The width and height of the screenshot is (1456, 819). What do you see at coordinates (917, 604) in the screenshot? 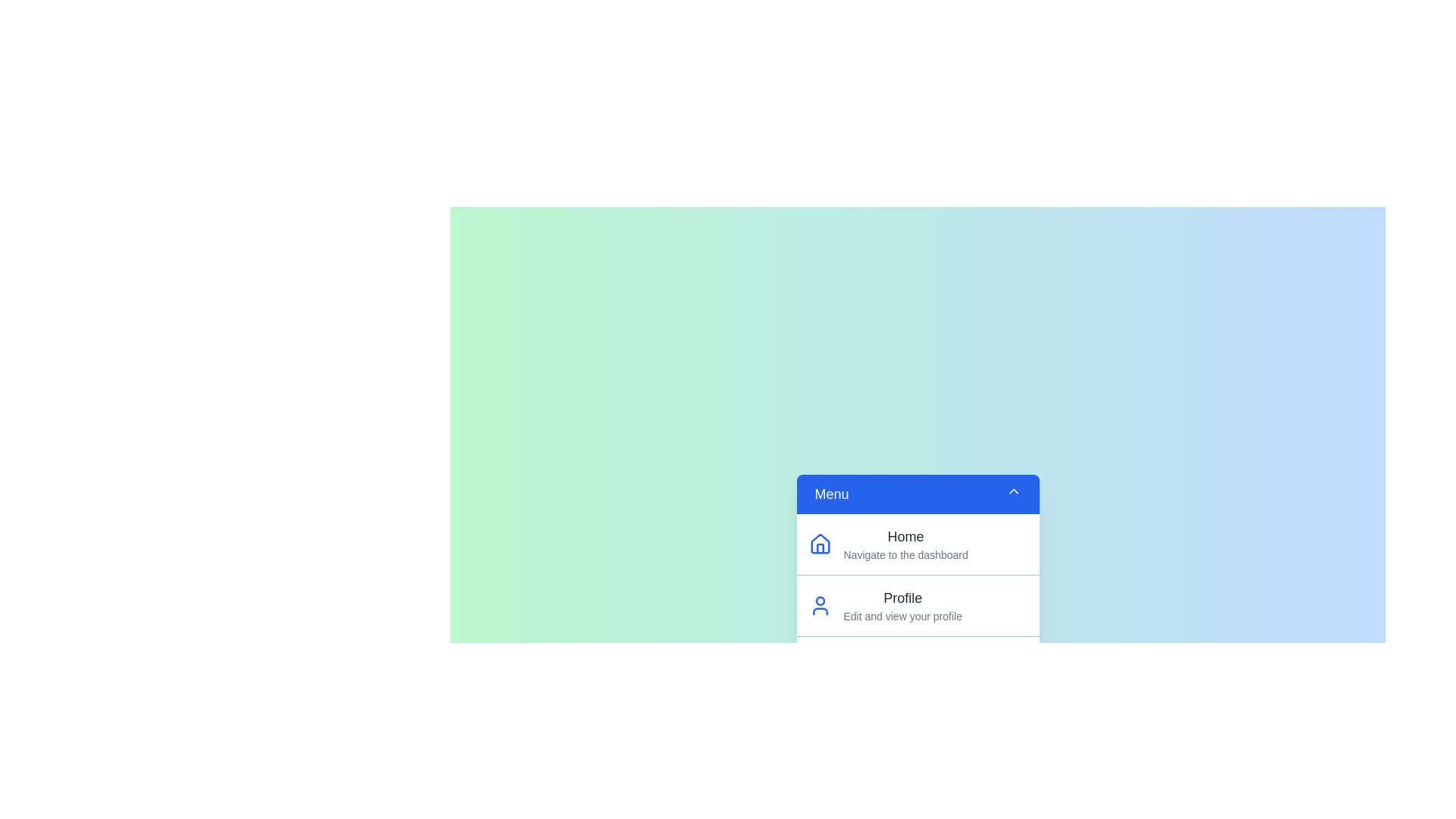
I see `the menu item Profile from the list` at bounding box center [917, 604].